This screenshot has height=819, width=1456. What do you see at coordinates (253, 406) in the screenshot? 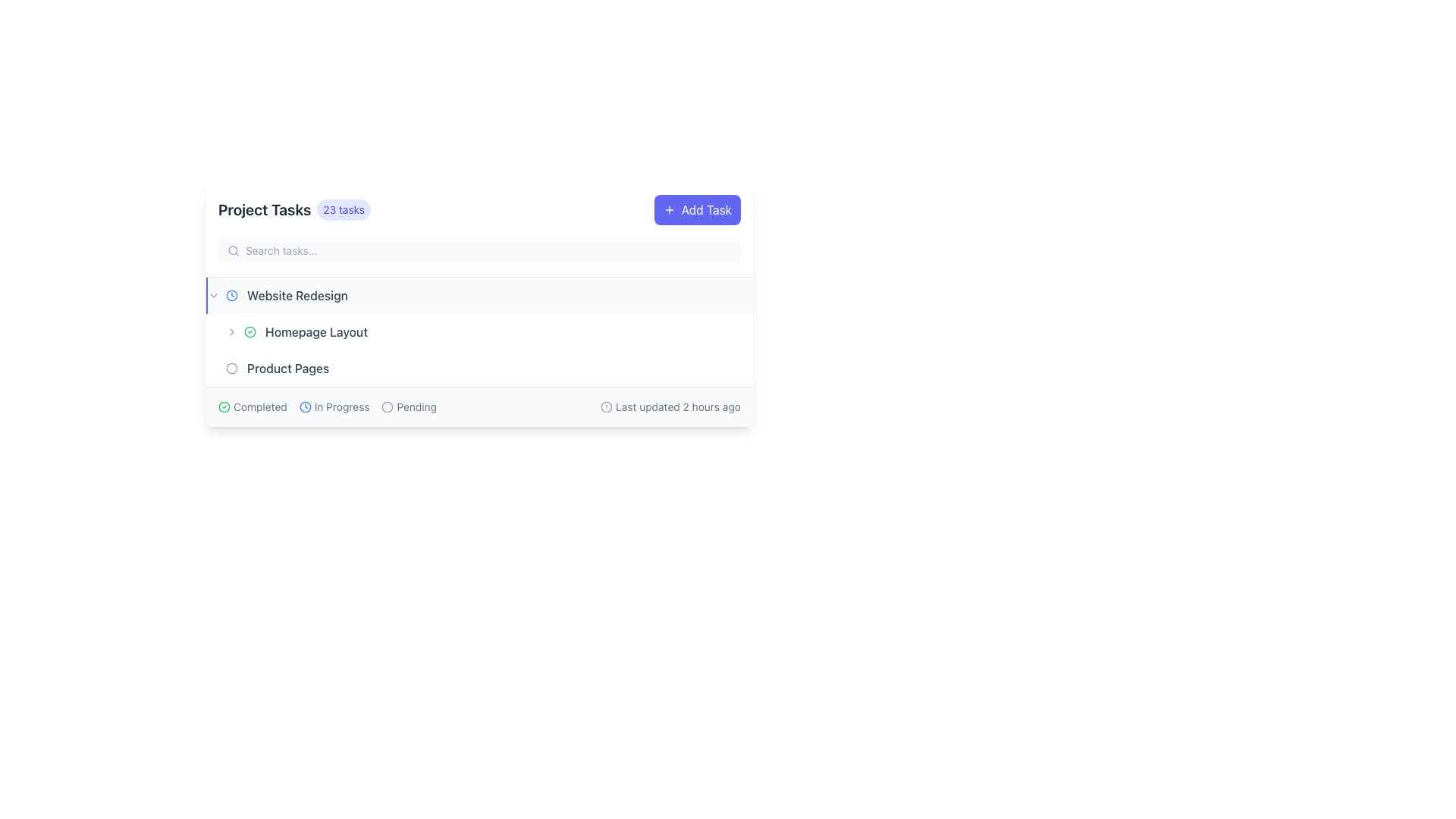
I see `the green 'Completed' status label with a checkmark icon, which is the first element in the group of status labels located at the bottom of the task list panel` at bounding box center [253, 406].